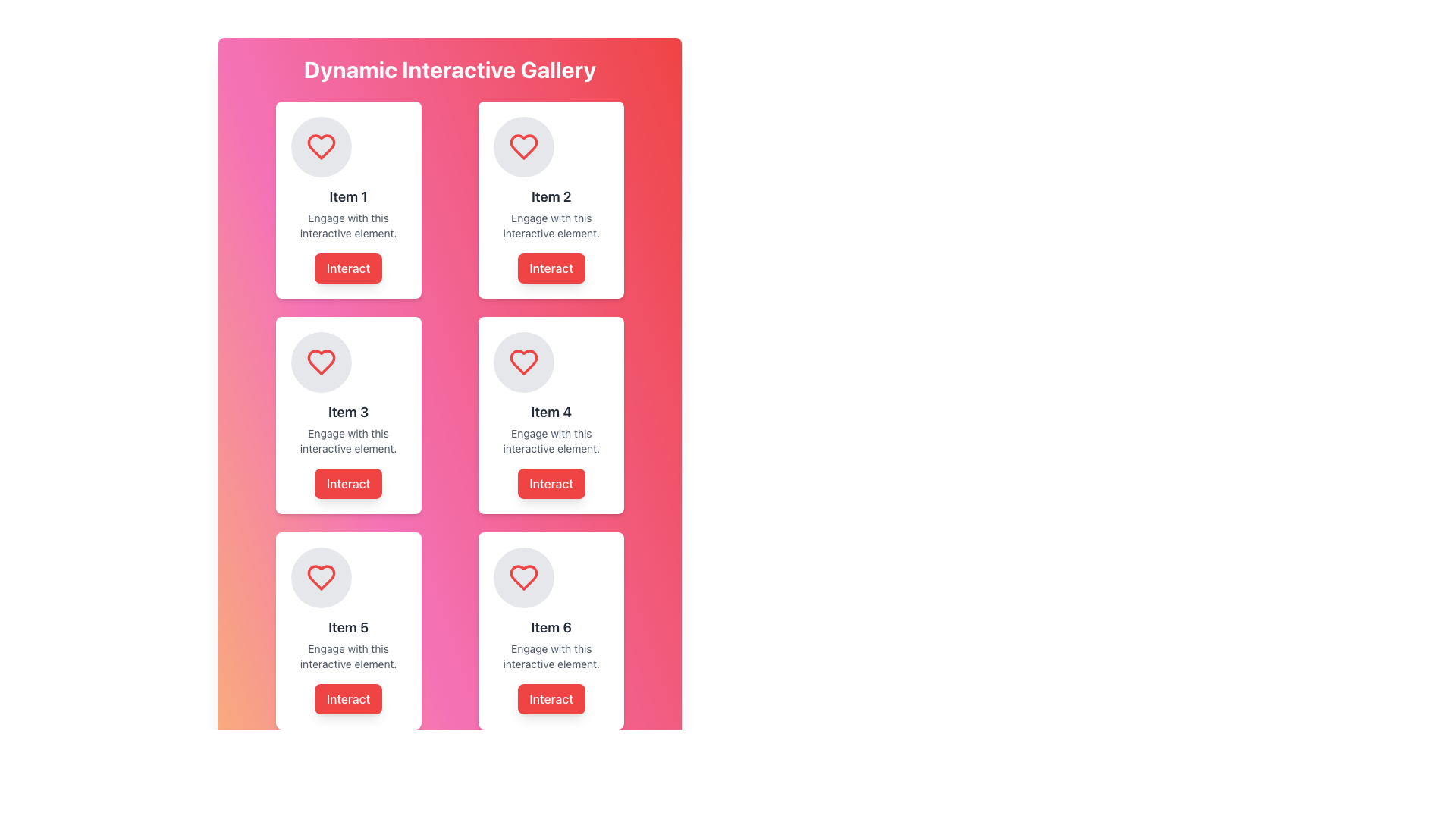  Describe the element at coordinates (320, 362) in the screenshot. I see `the decorative heart icon located at the top section of the 'Item 3' card, which visually represents a thematic element without interactive functionality` at that location.